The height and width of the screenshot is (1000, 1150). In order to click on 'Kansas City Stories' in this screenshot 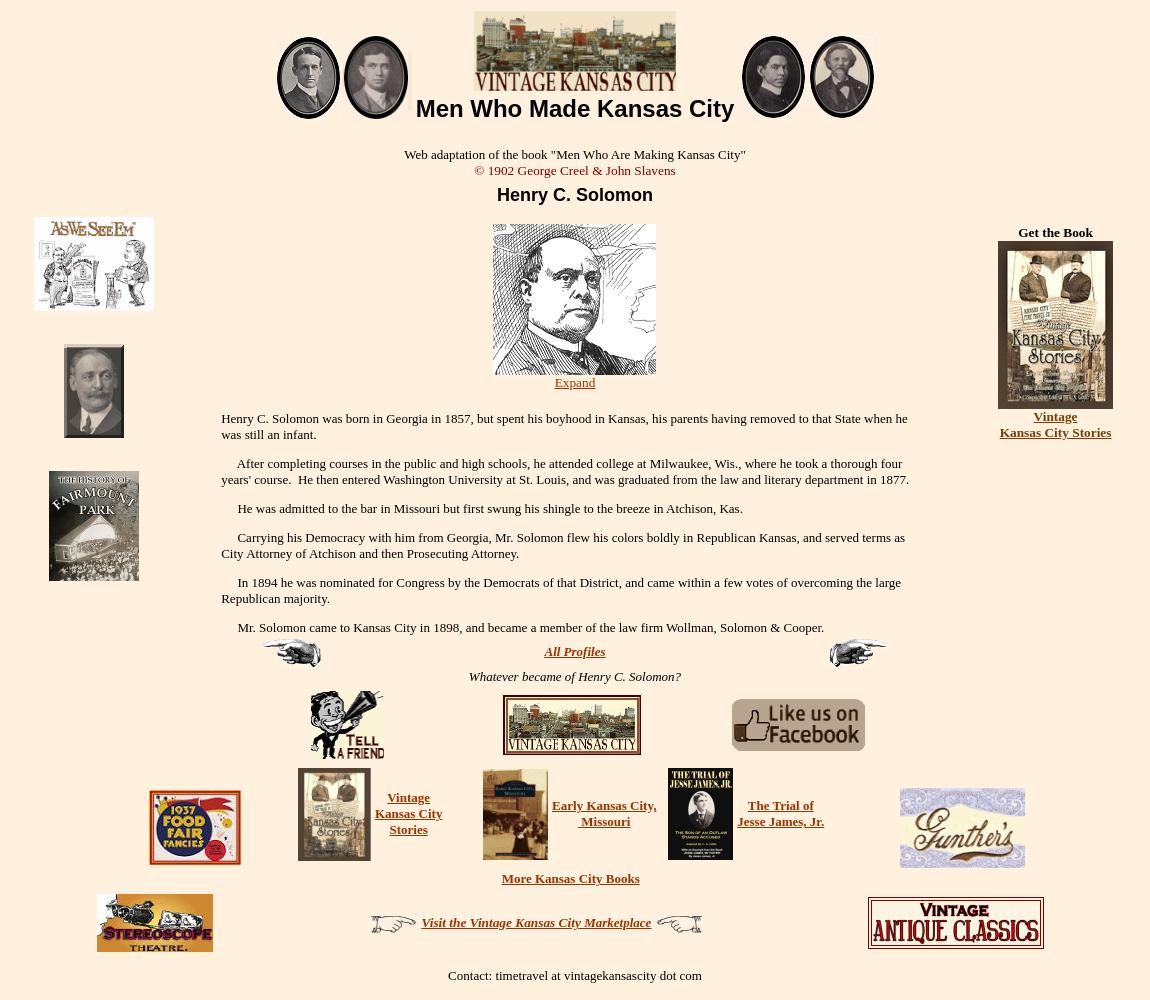, I will do `click(1055, 431)`.